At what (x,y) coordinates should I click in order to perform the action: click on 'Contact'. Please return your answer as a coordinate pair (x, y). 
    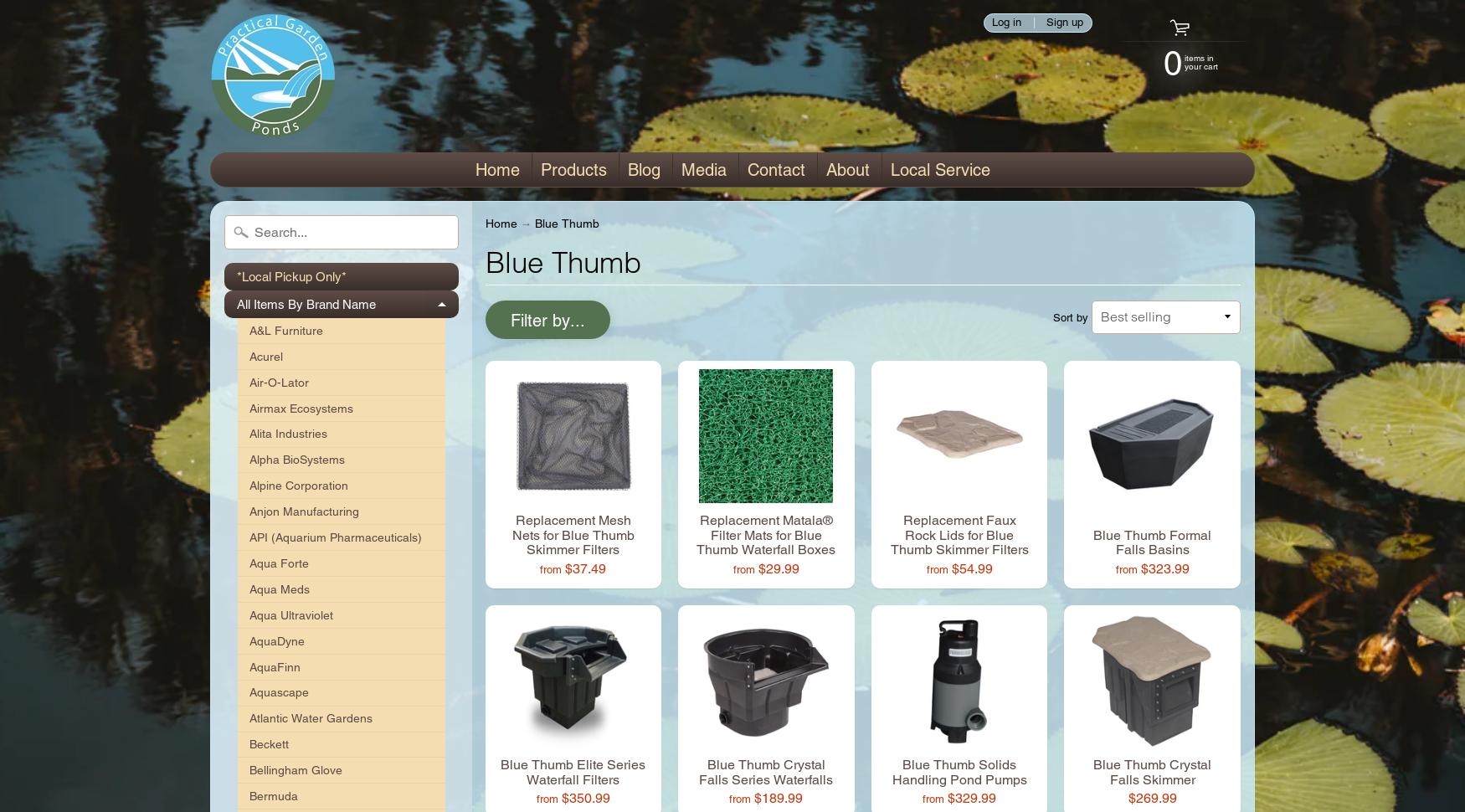
    Looking at the image, I should click on (774, 170).